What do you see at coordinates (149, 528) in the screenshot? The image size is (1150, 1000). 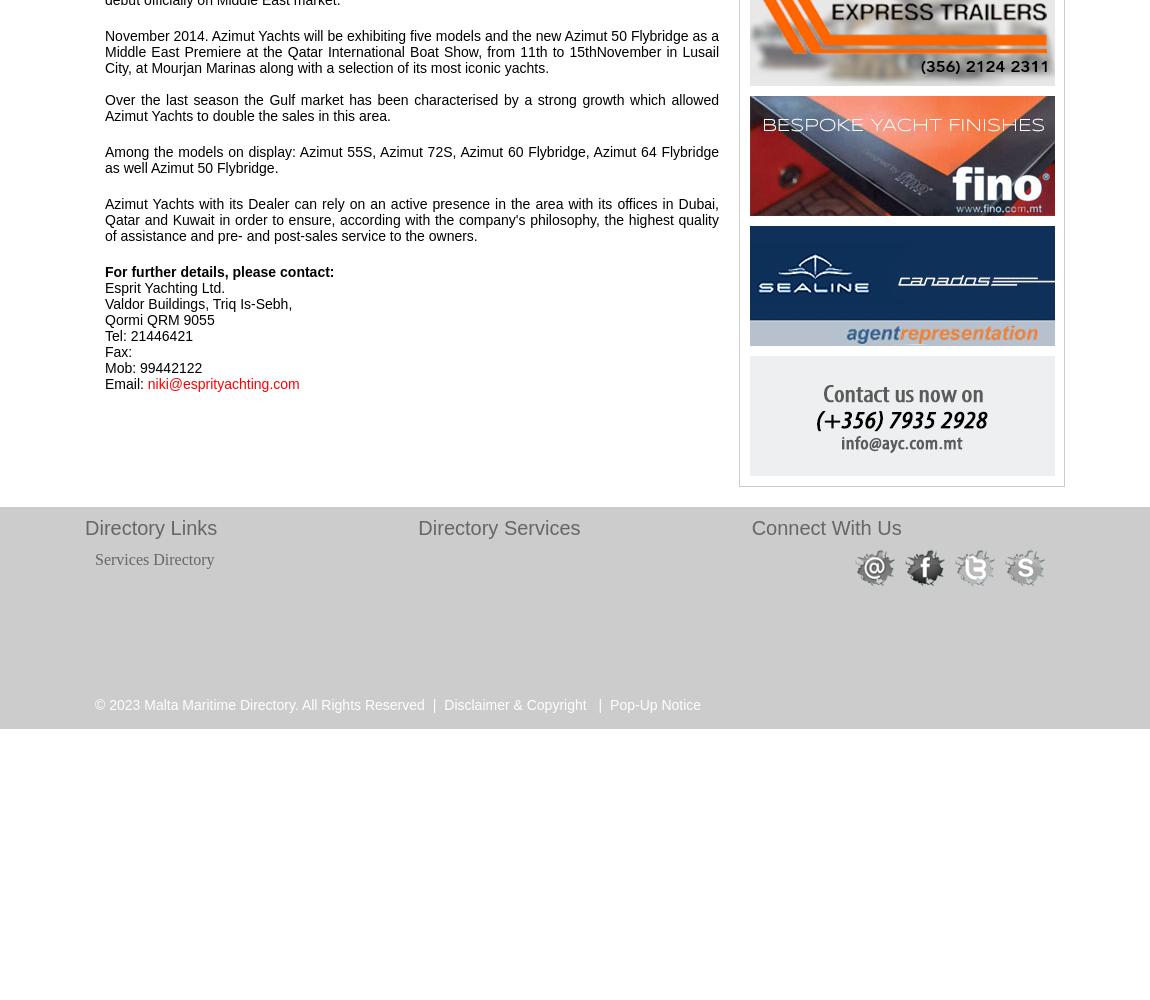 I see `'Directory Links'` at bounding box center [149, 528].